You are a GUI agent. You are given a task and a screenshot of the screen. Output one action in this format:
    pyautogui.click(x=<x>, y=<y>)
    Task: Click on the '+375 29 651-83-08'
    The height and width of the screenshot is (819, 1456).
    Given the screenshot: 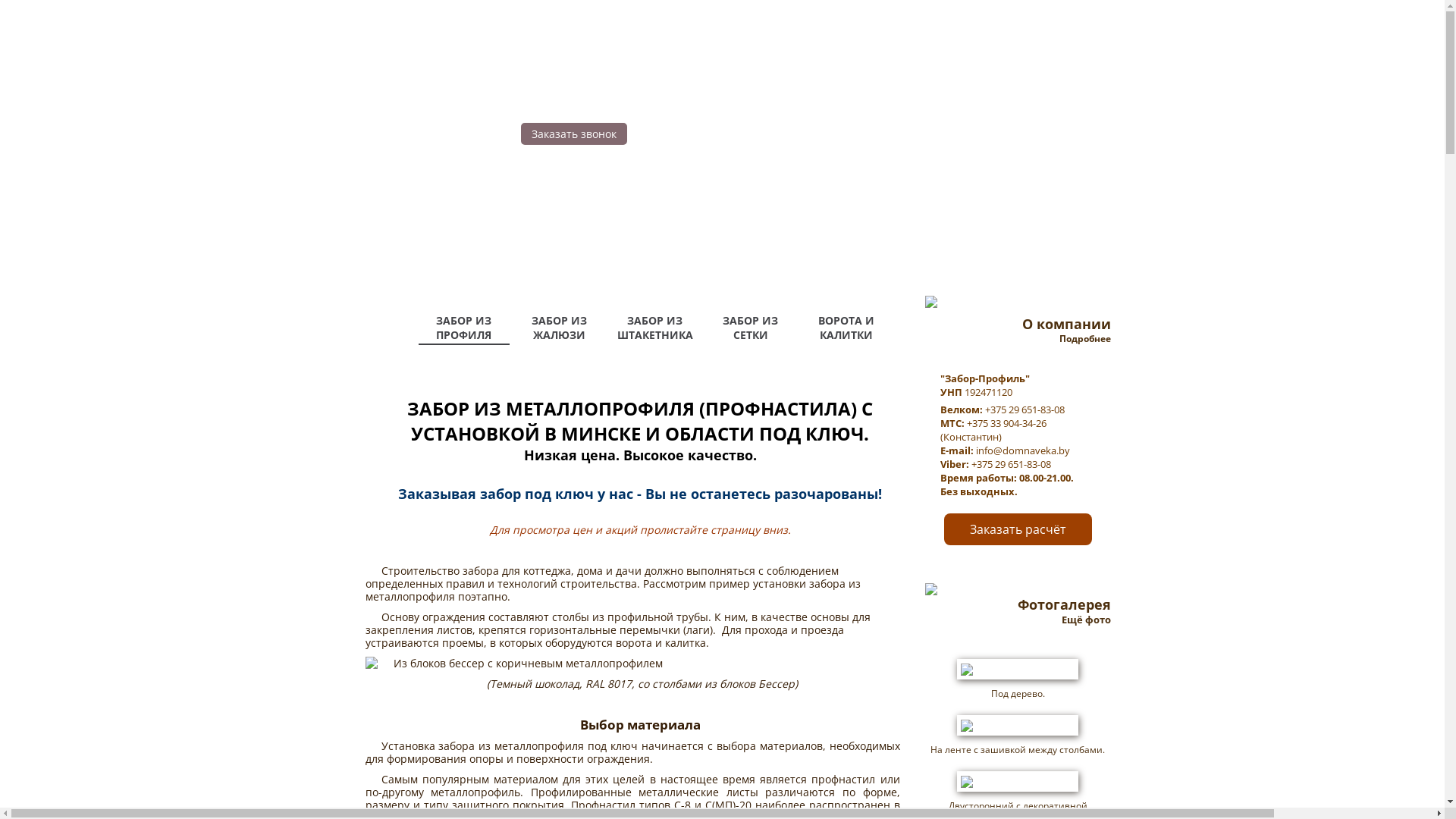 What is the action you would take?
    pyautogui.click(x=984, y=409)
    